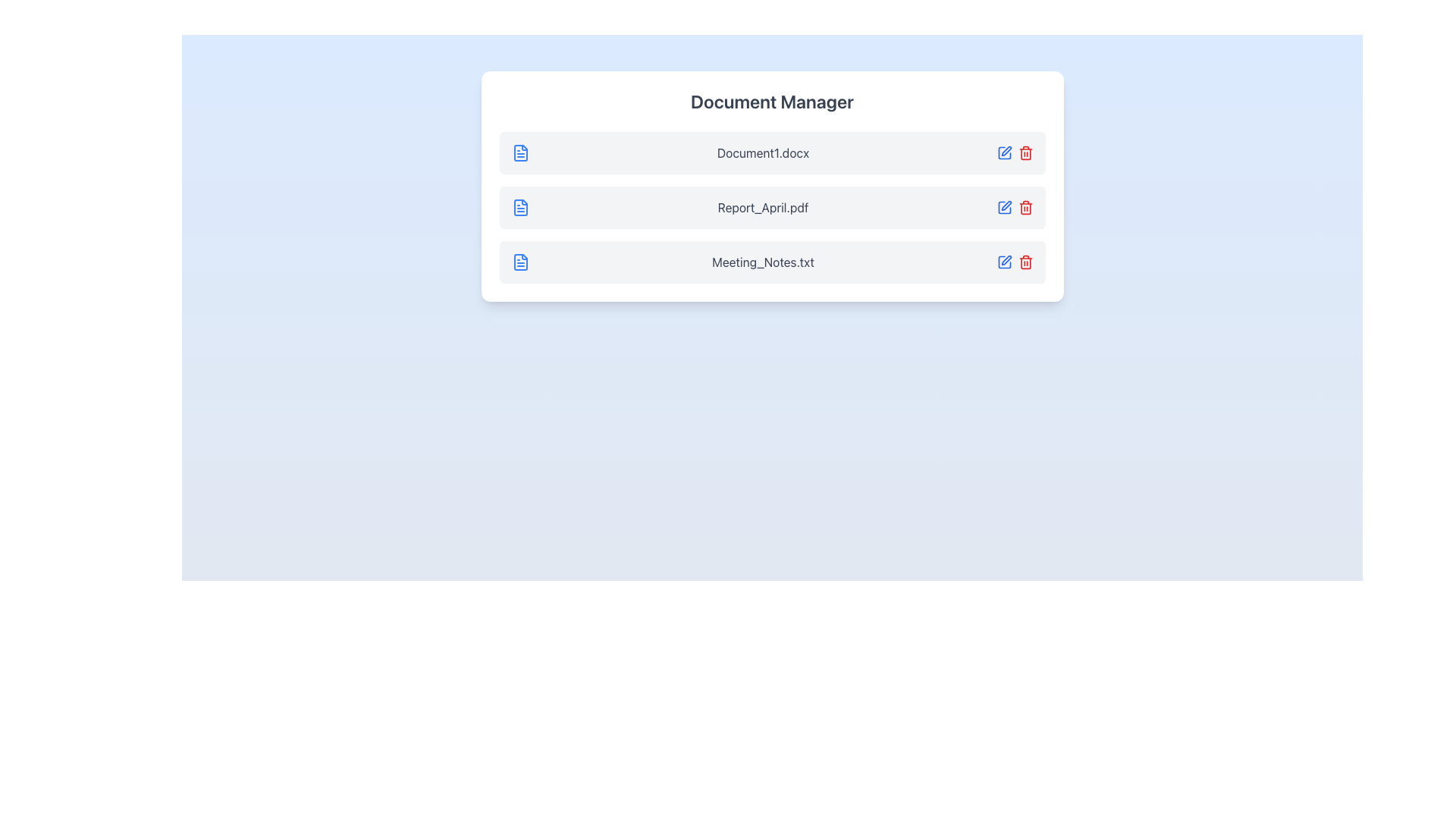 This screenshot has width=1456, height=819. Describe the element at coordinates (1004, 262) in the screenshot. I see `the 'edit' action icon for the file 'Meeting_Notes.txt' located in the Document Manager interface` at that location.